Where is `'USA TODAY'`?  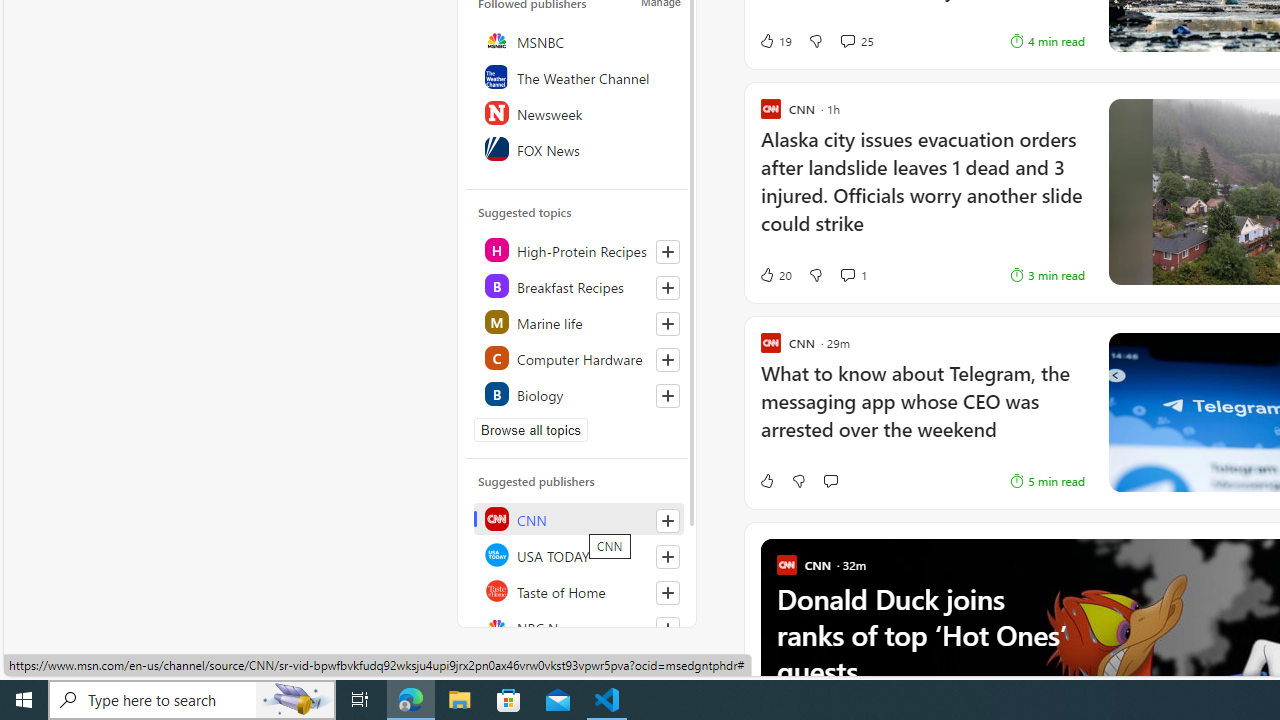 'USA TODAY' is located at coordinates (577, 555).